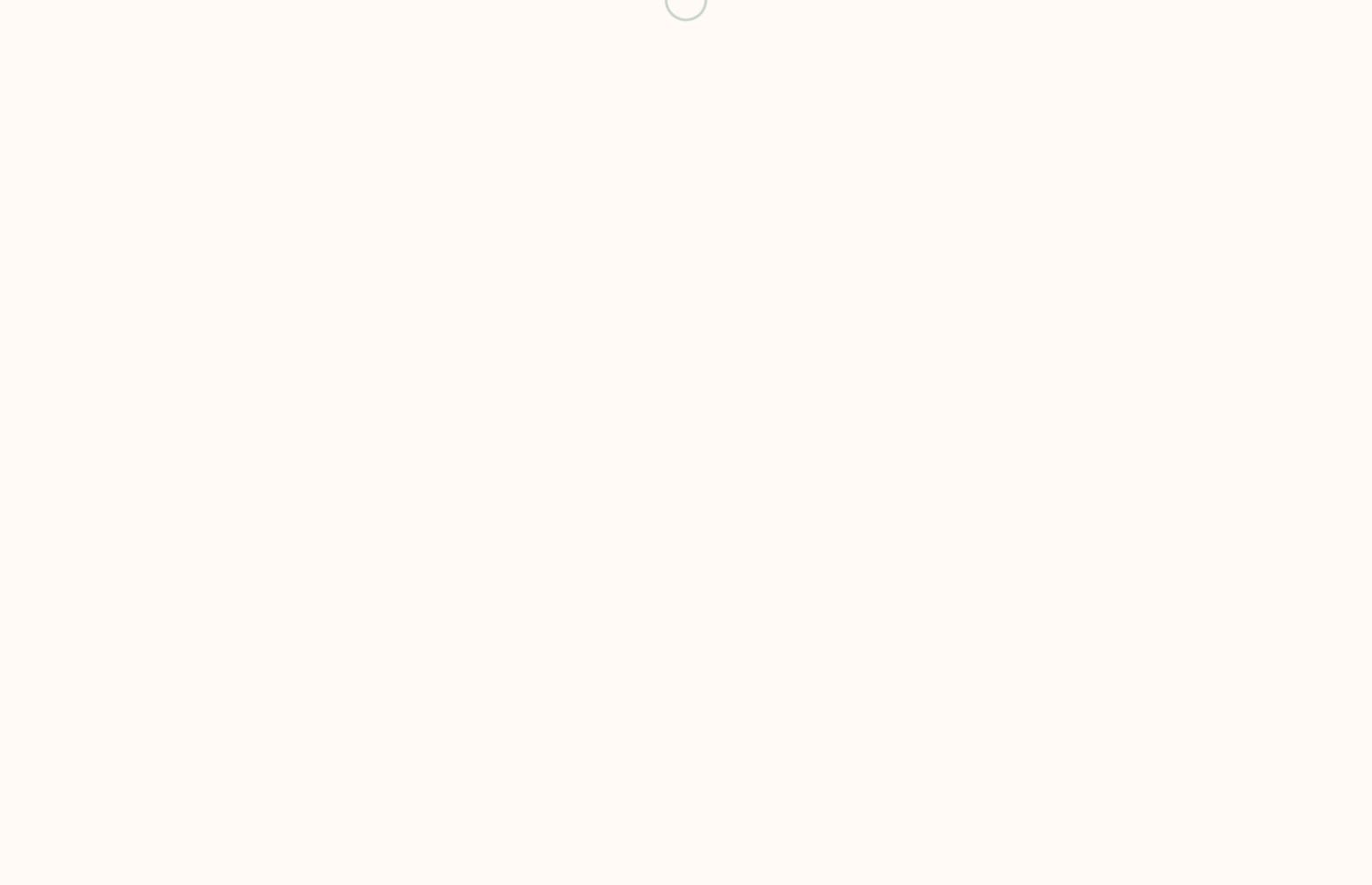 Image resolution: width=1372 pixels, height=885 pixels. Describe the element at coordinates (311, 80) in the screenshot. I see `'24560 Dulles Landing Dr. Suite 170 Dulles, VA 20166'` at that location.